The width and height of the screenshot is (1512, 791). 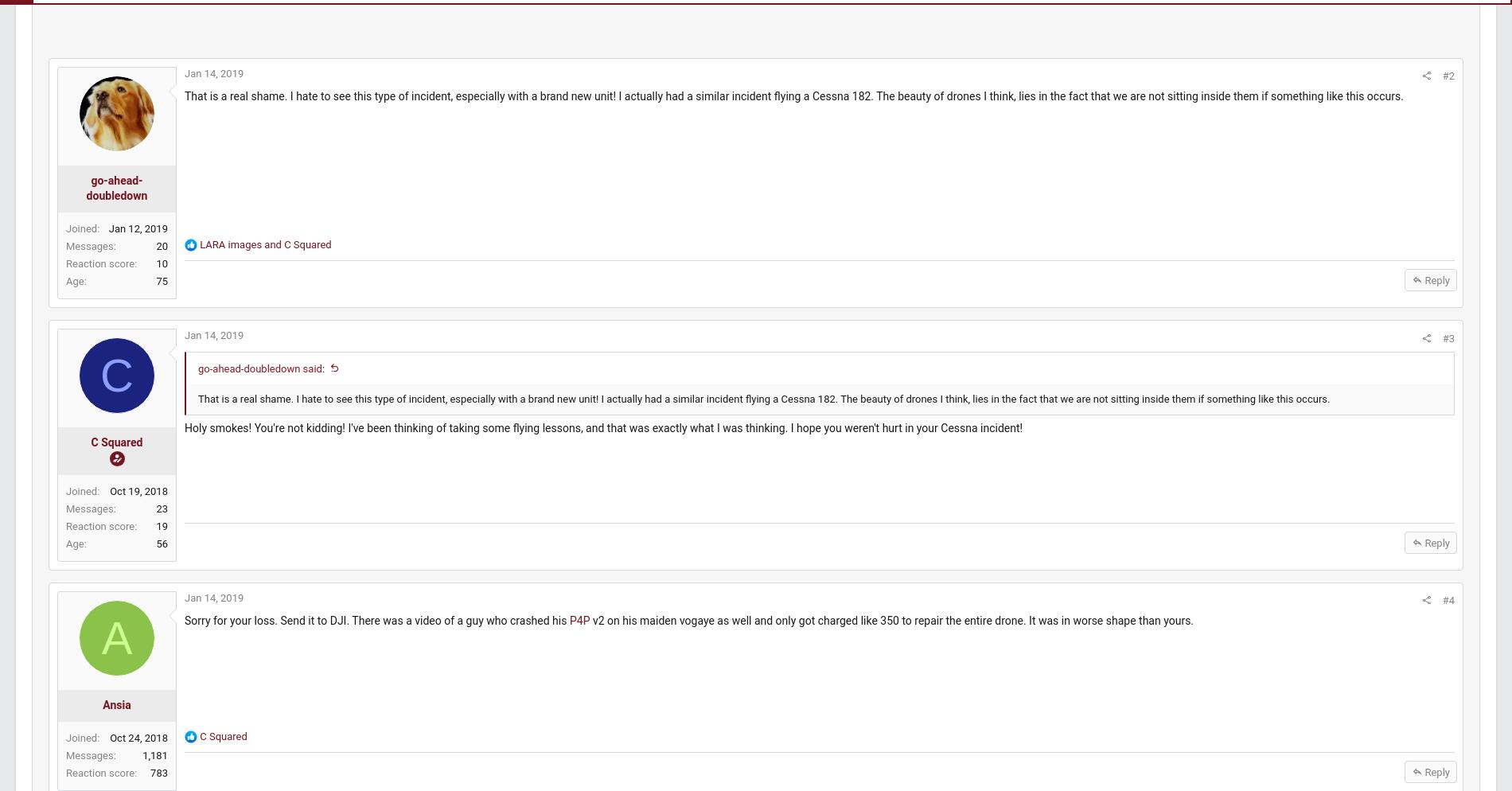 What do you see at coordinates (1272, 219) in the screenshot?
I see `'Latest: pat2108'` at bounding box center [1272, 219].